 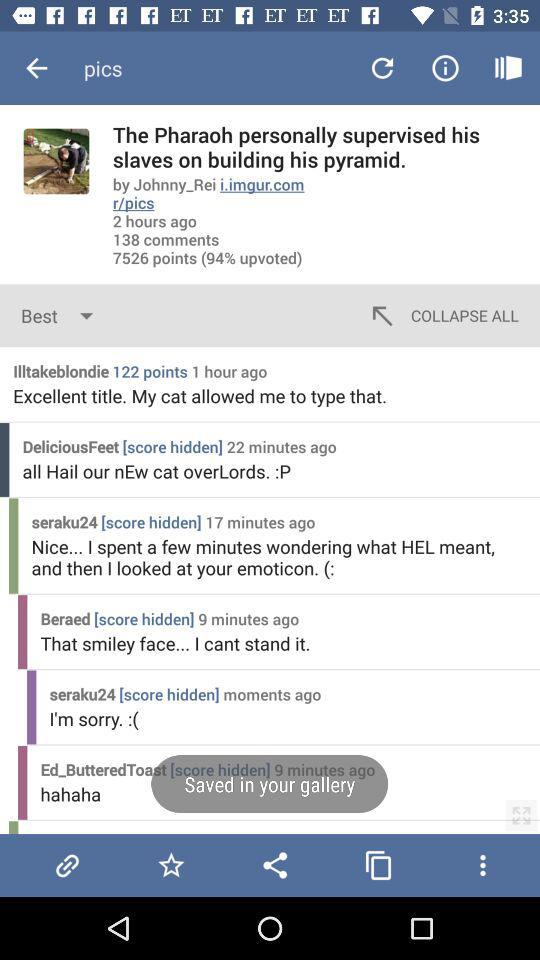 I want to click on more options, so click(x=481, y=864).